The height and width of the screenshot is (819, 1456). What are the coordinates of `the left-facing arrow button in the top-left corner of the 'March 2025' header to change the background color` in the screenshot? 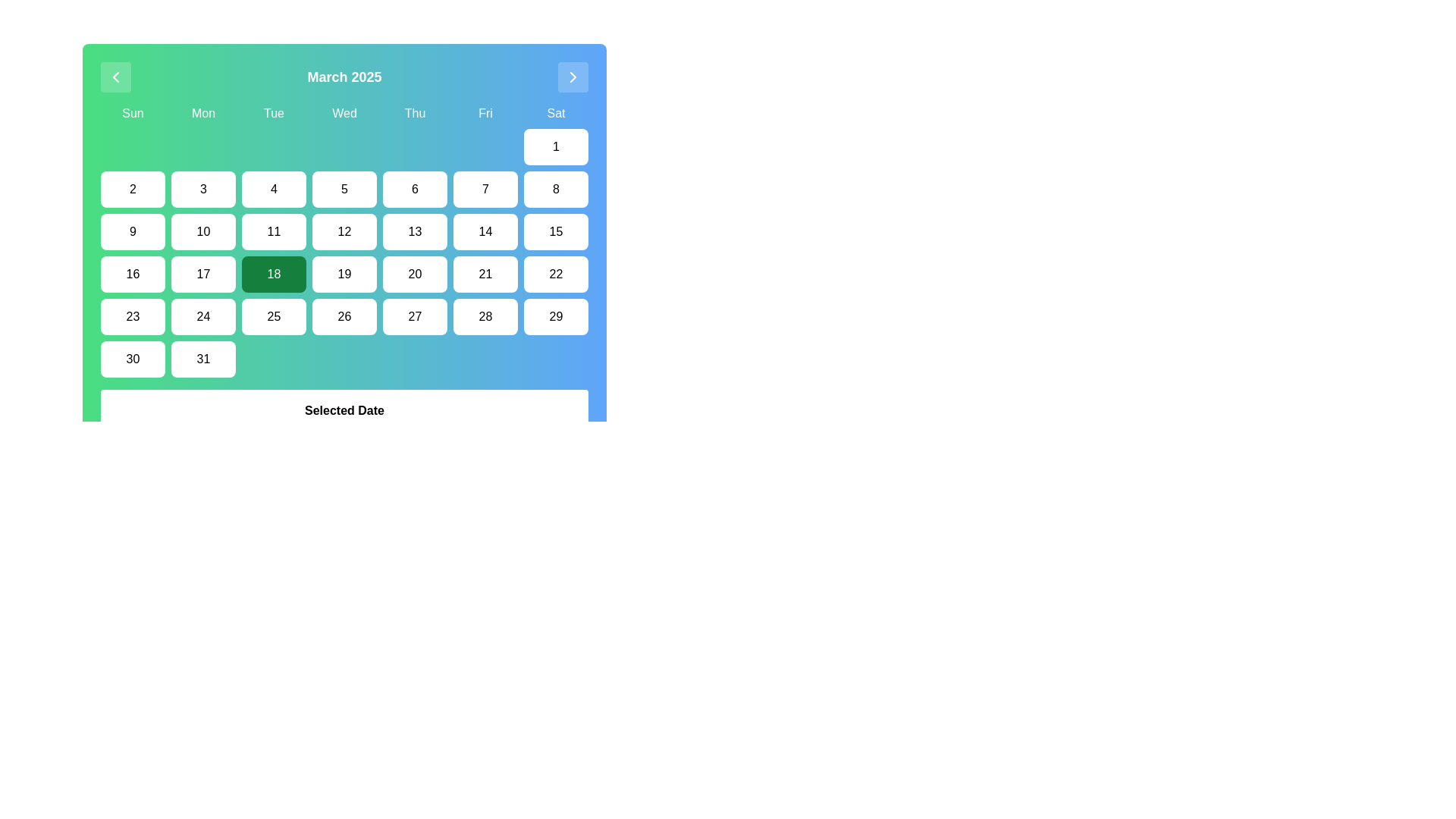 It's located at (115, 77).